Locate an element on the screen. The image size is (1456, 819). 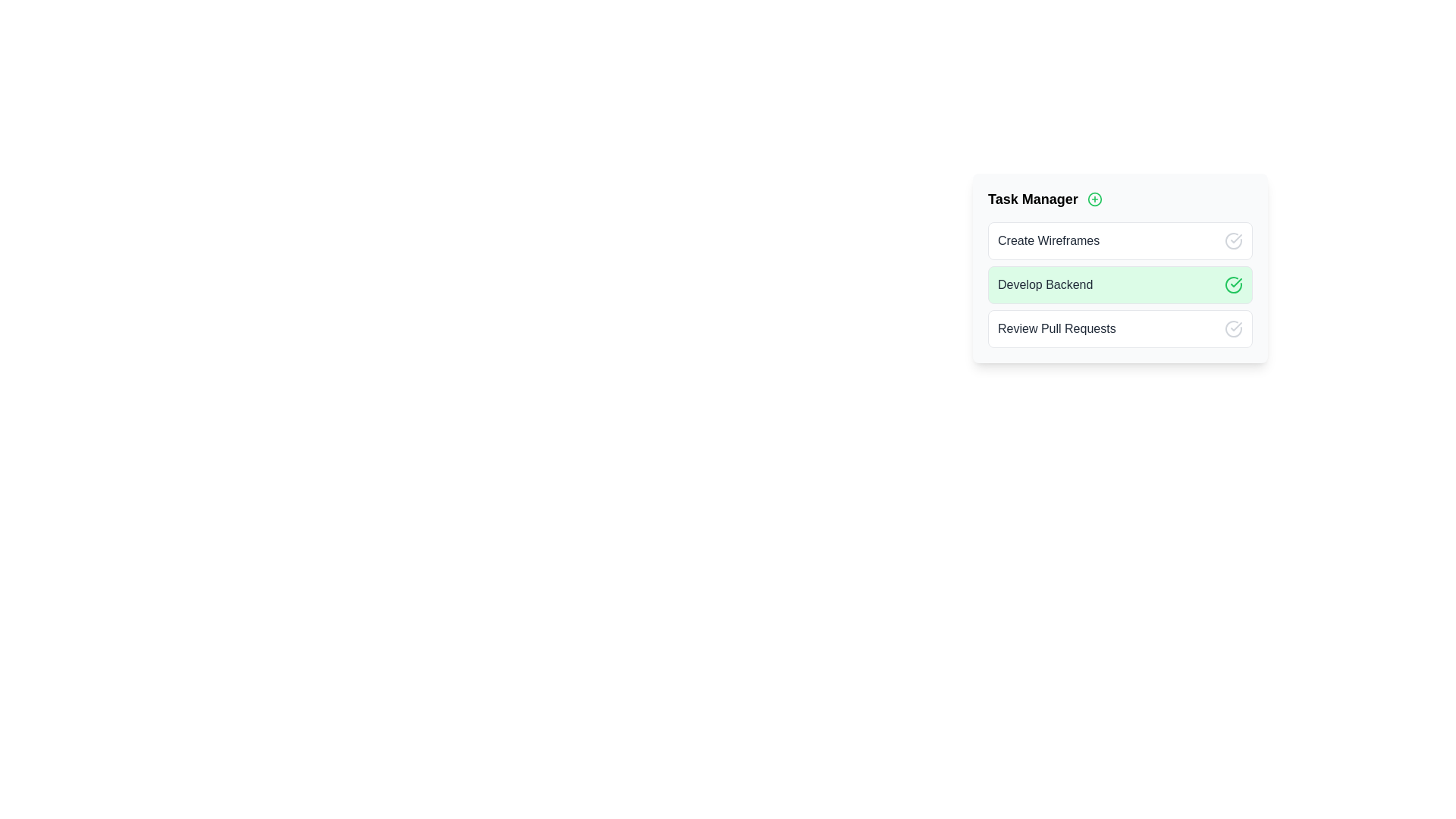
the task labeled 'Review Pull Requests' in the task management system is located at coordinates (1120, 328).